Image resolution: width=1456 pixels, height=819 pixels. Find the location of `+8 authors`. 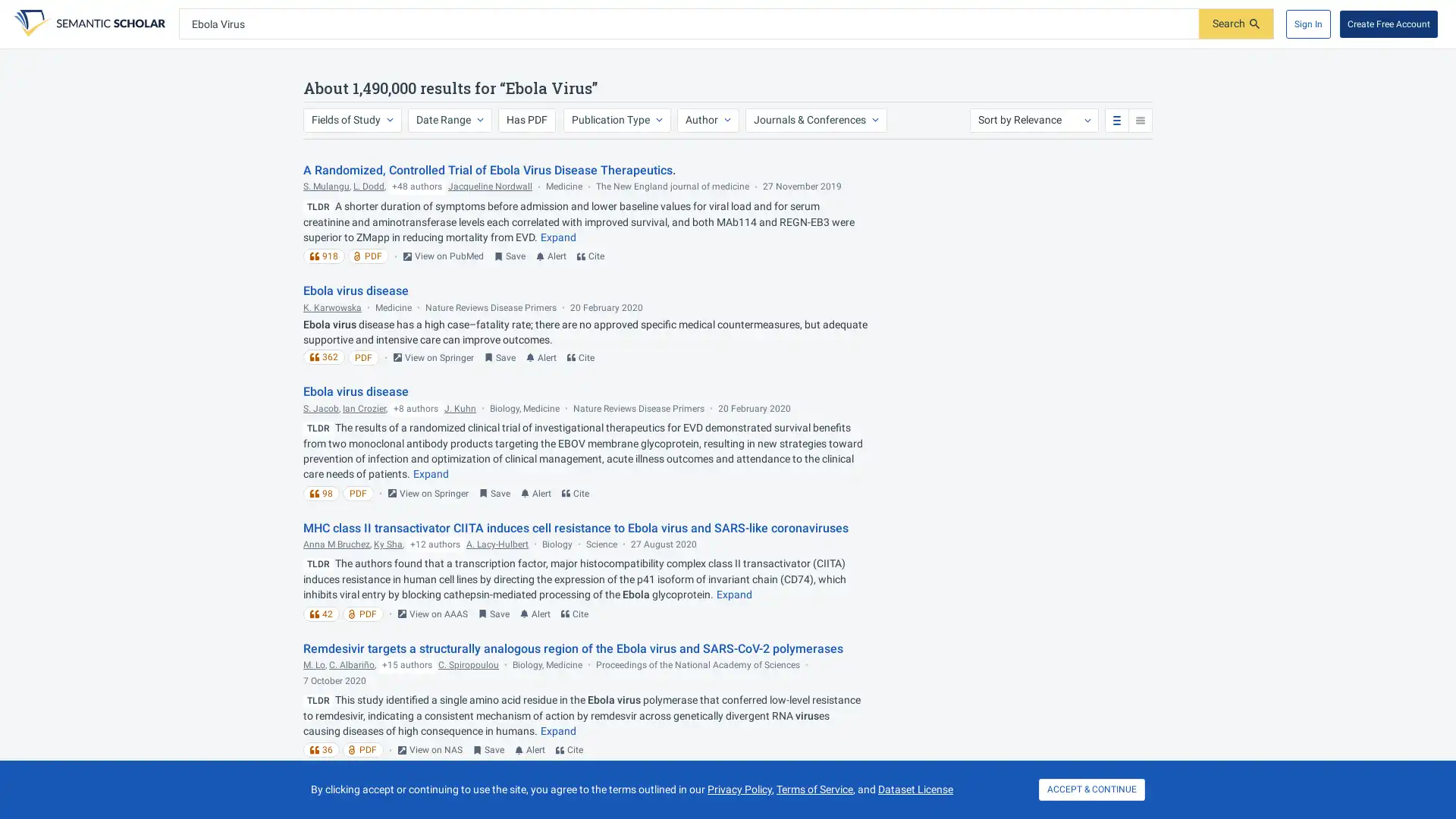

+8 authors is located at coordinates (416, 408).